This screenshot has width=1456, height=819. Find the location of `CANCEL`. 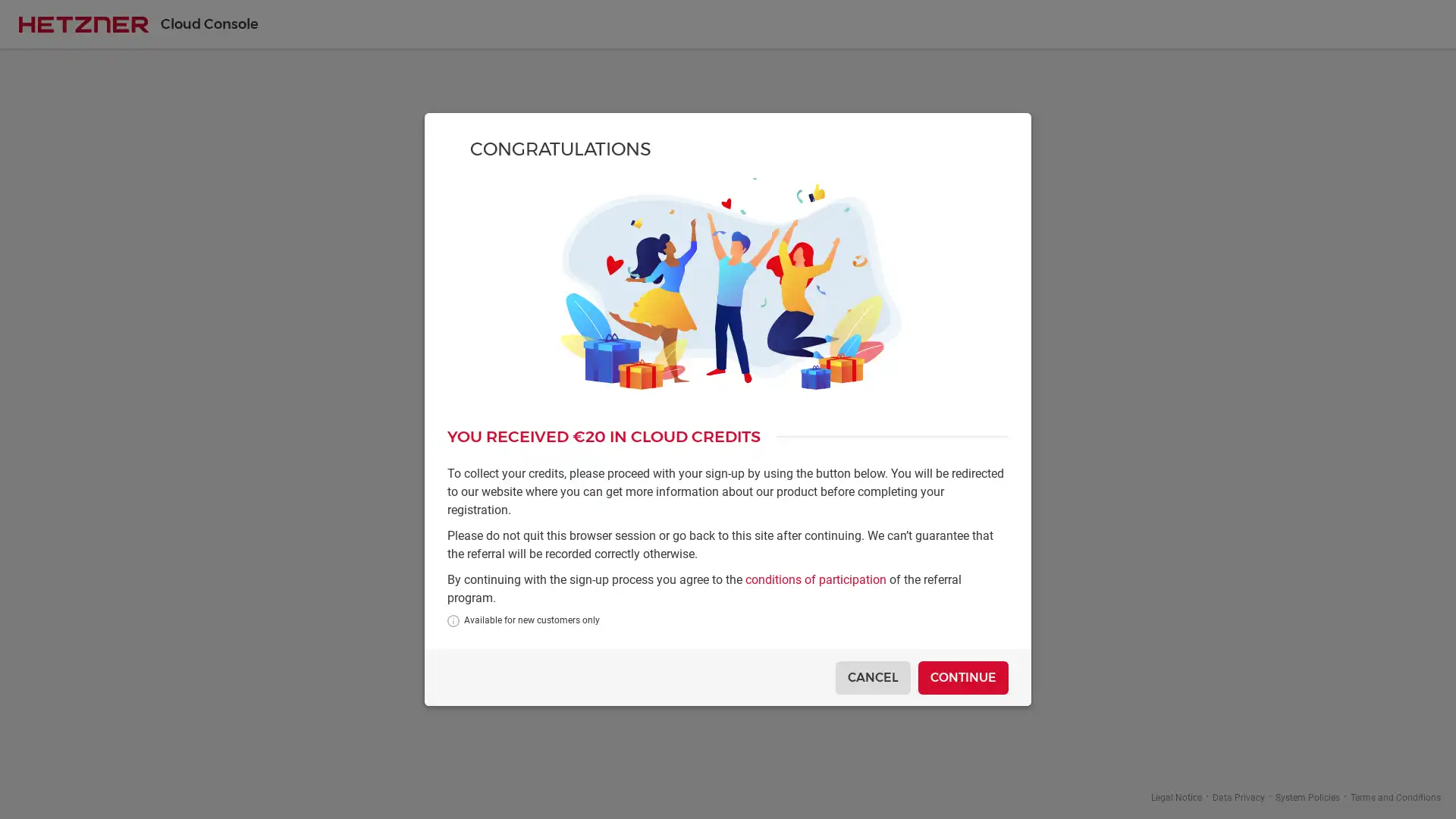

CANCEL is located at coordinates (873, 676).